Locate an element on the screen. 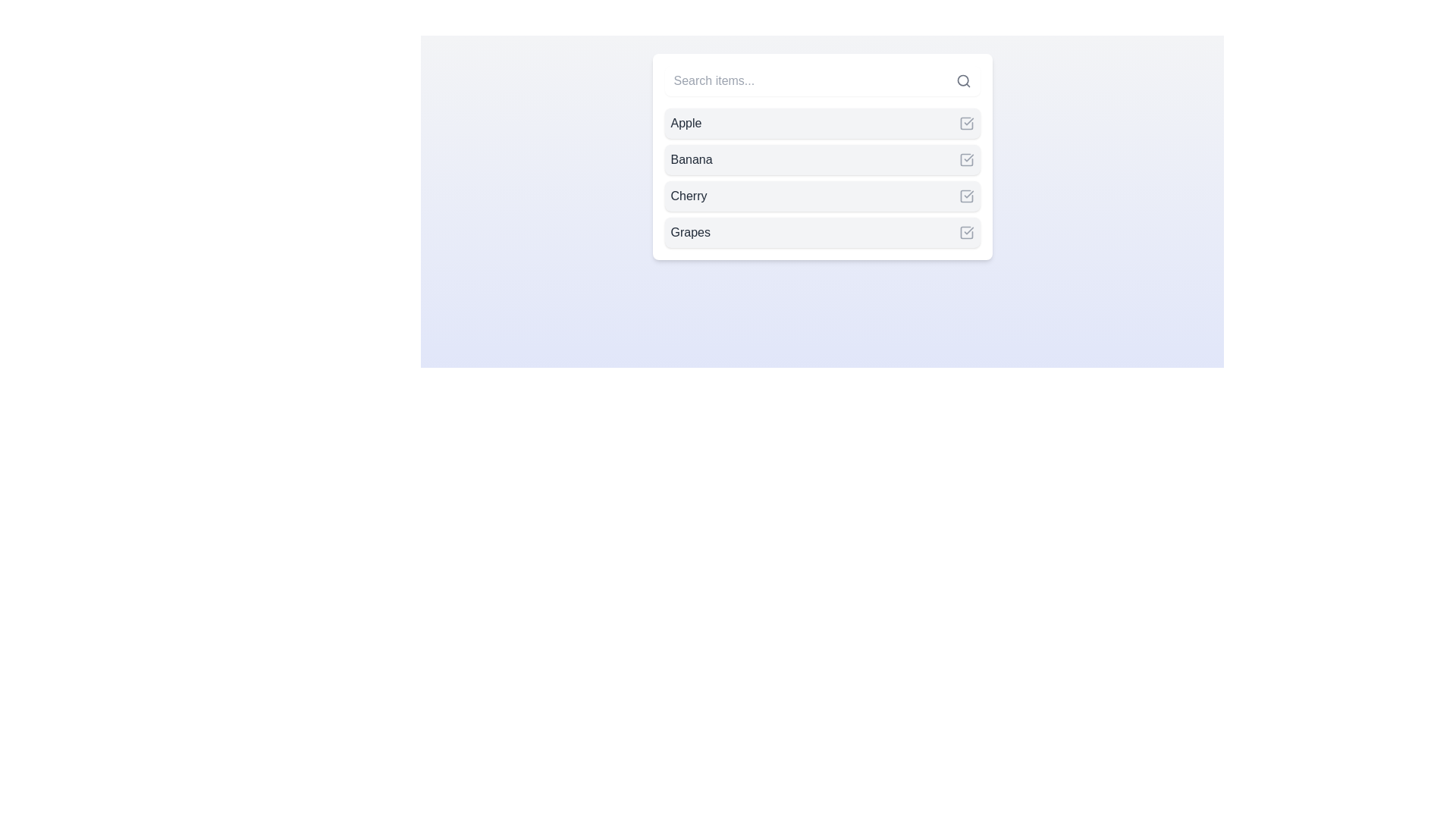  the circular SVG element located inside the search icon at the top-right corner of the input box is located at coordinates (962, 80).